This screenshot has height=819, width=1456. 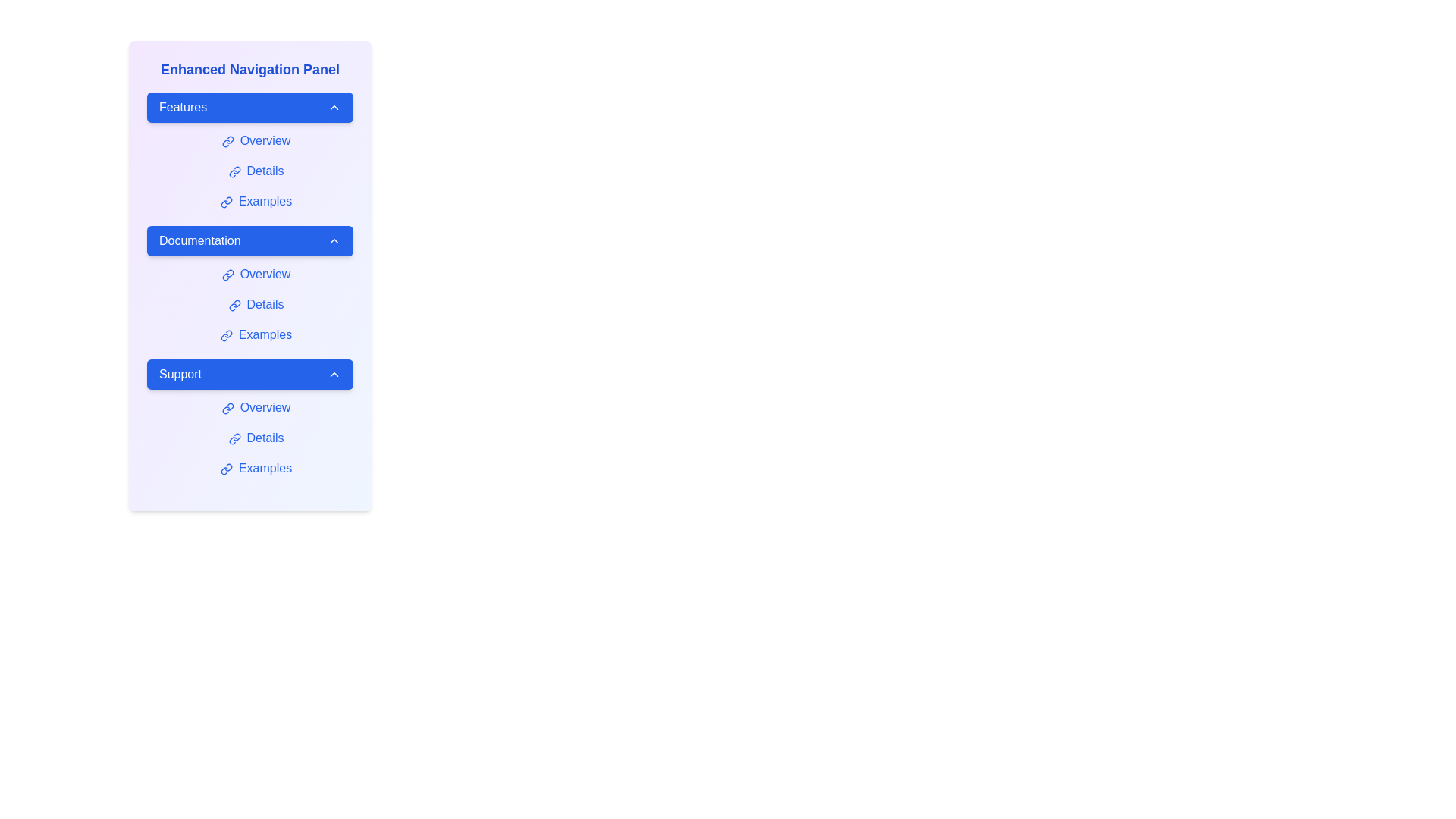 I want to click on the decorative icon located in the 'Documentation' section of the navigation panel, which is the first item to the left of the 'Examples' link text, so click(x=225, y=334).